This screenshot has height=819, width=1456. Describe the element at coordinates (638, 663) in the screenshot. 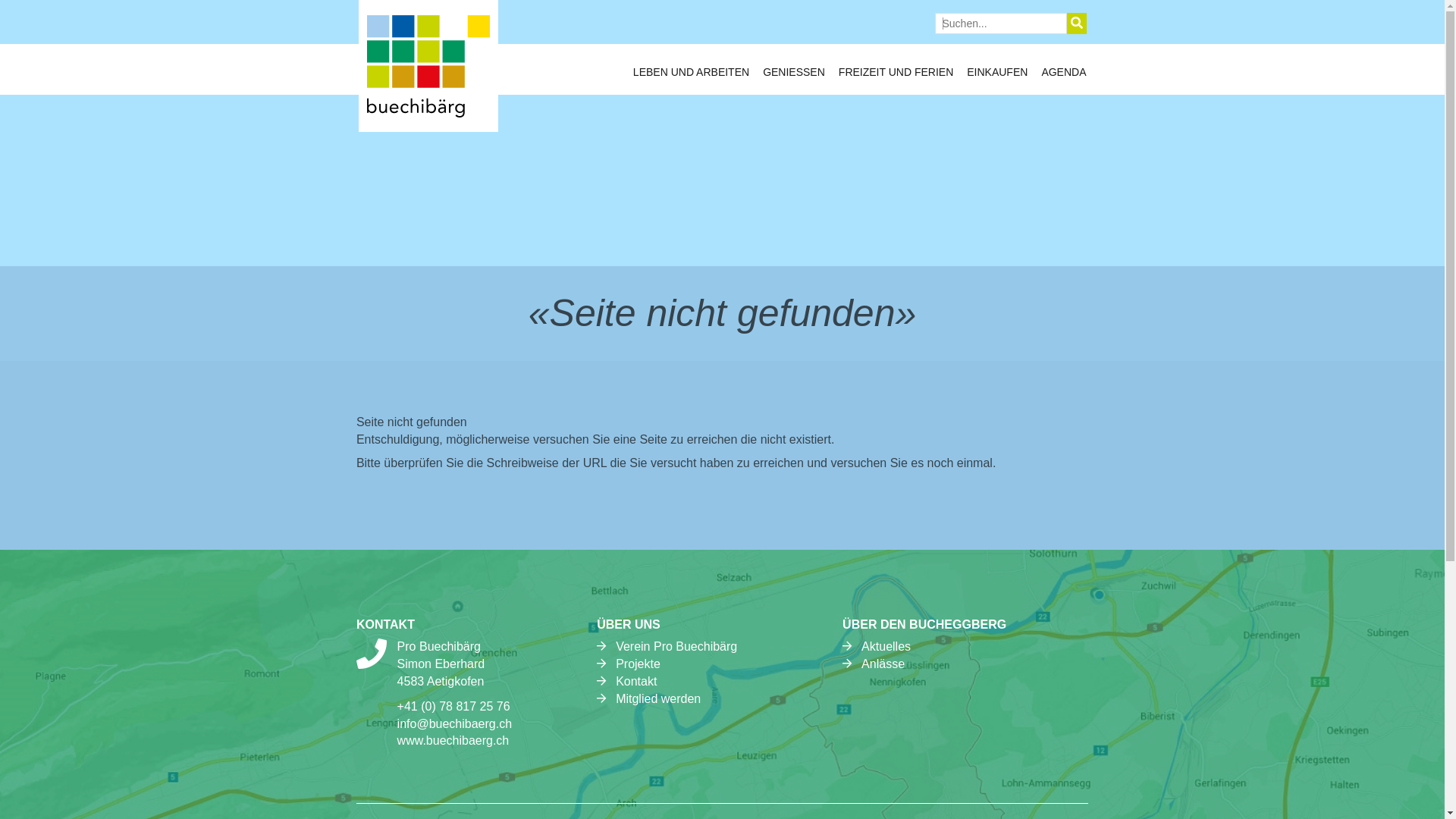

I see `'Projekte'` at that location.